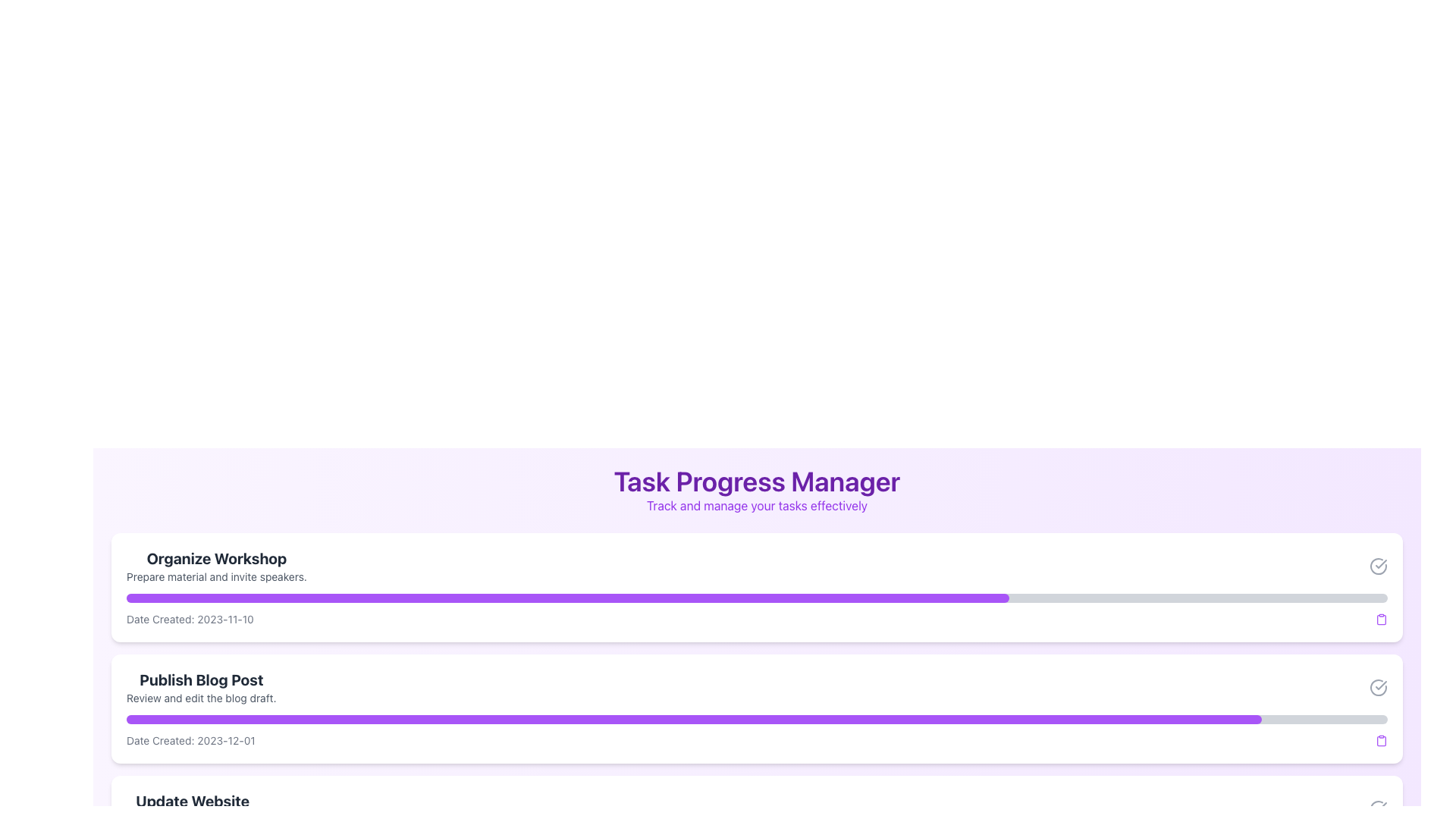 The width and height of the screenshot is (1456, 819). What do you see at coordinates (757, 718) in the screenshot?
I see `the progress bar element that visually represents the progress of the 'Publish Blog Post' task, located within the 'Task Progress Manager' section, below the text 'Review and edit the blog draft.'` at bounding box center [757, 718].